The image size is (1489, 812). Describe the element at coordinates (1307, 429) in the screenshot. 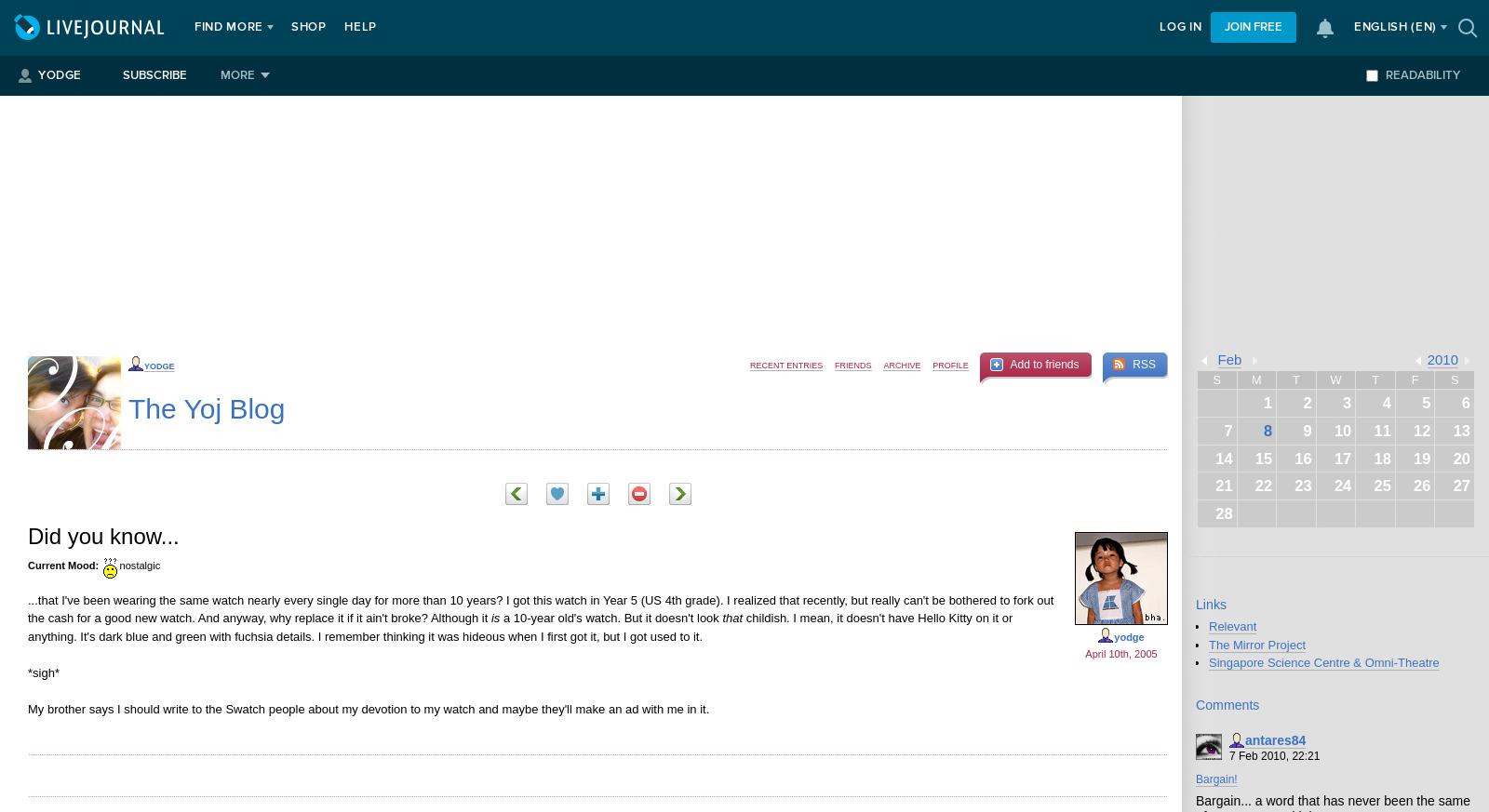

I see `'9'` at that location.